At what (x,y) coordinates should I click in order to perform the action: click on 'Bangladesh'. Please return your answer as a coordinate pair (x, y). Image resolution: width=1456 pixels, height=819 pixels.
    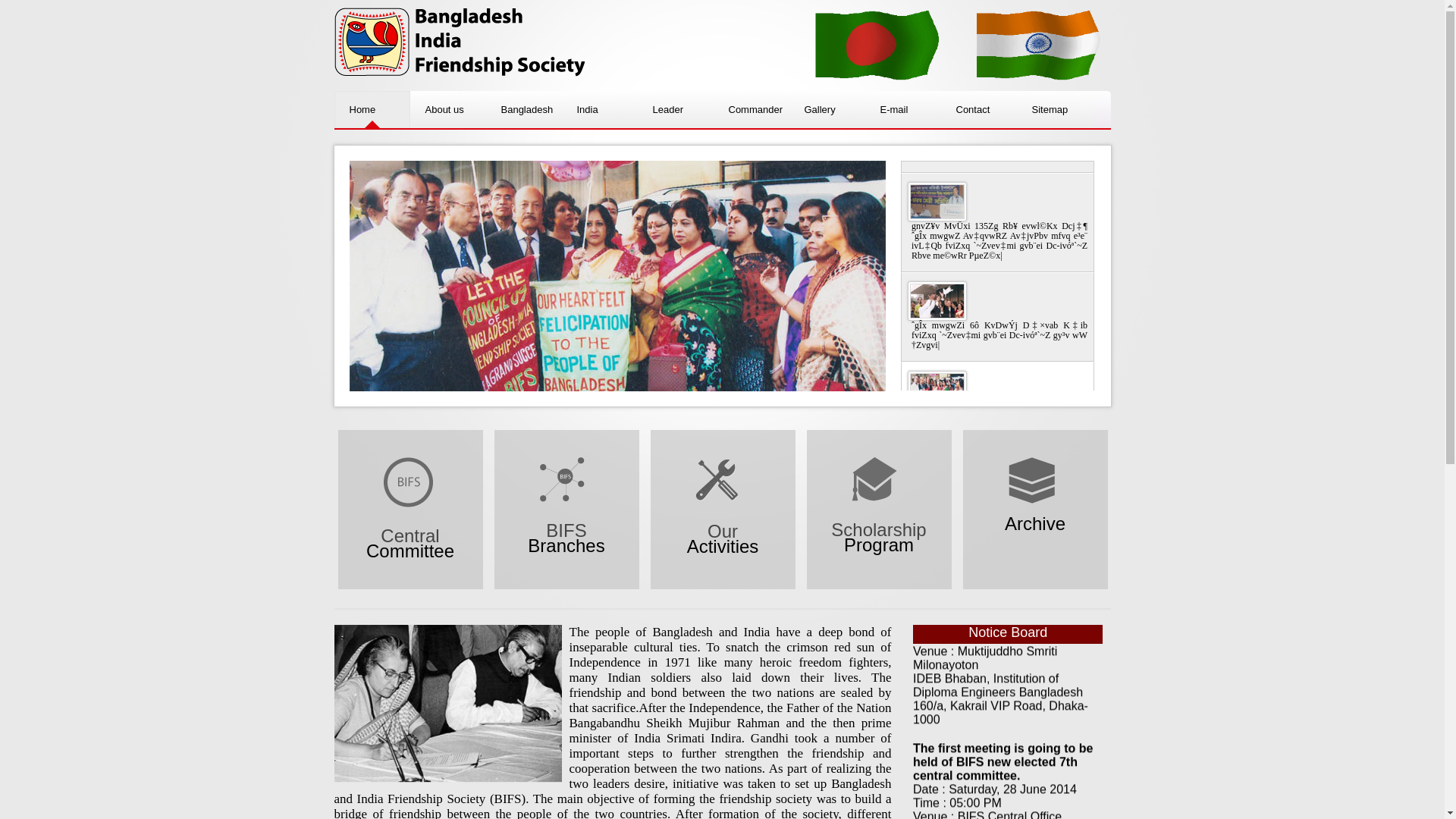
    Looking at the image, I should click on (523, 108).